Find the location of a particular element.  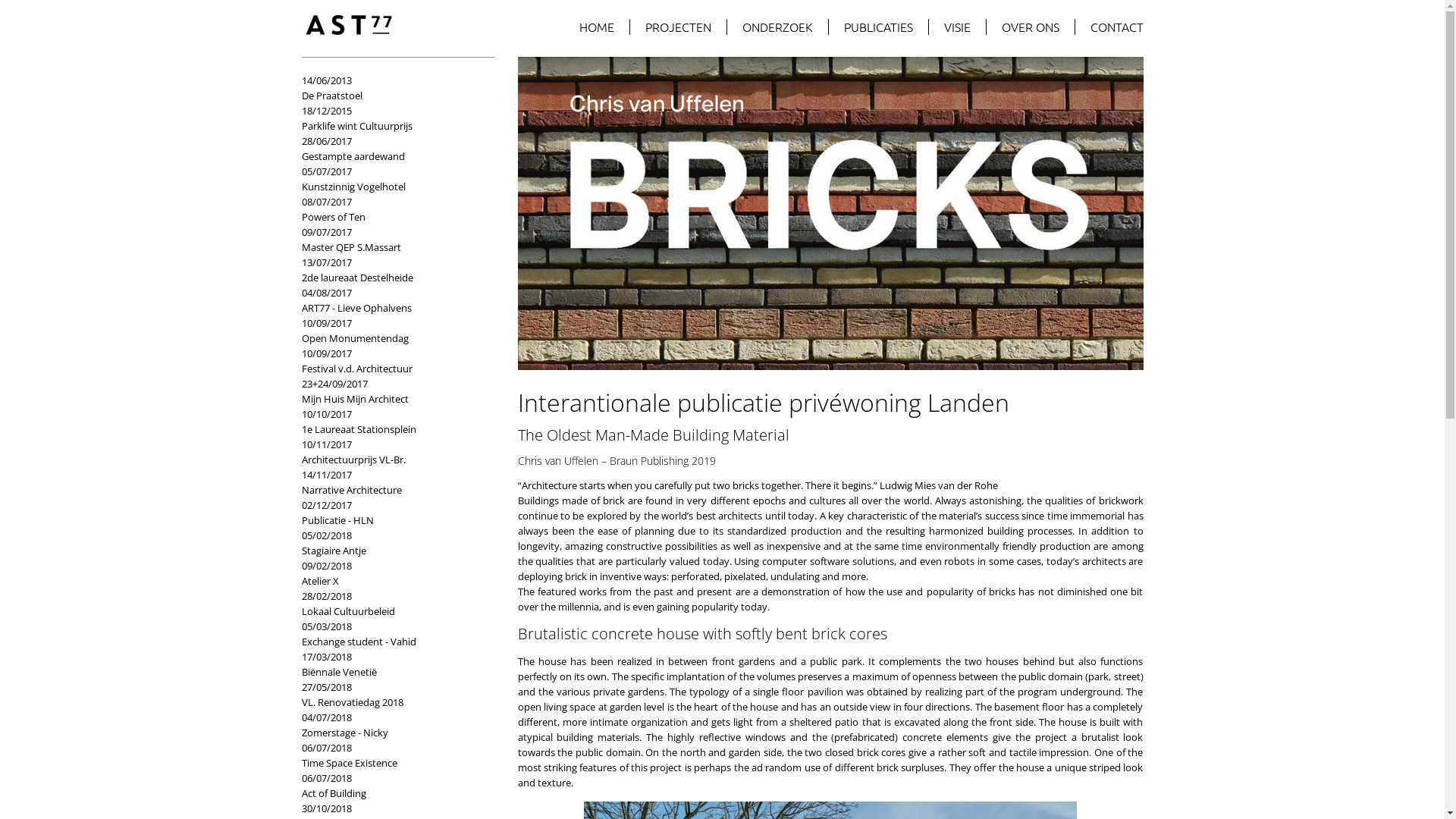

'10/09/2017 is located at coordinates (302, 329).